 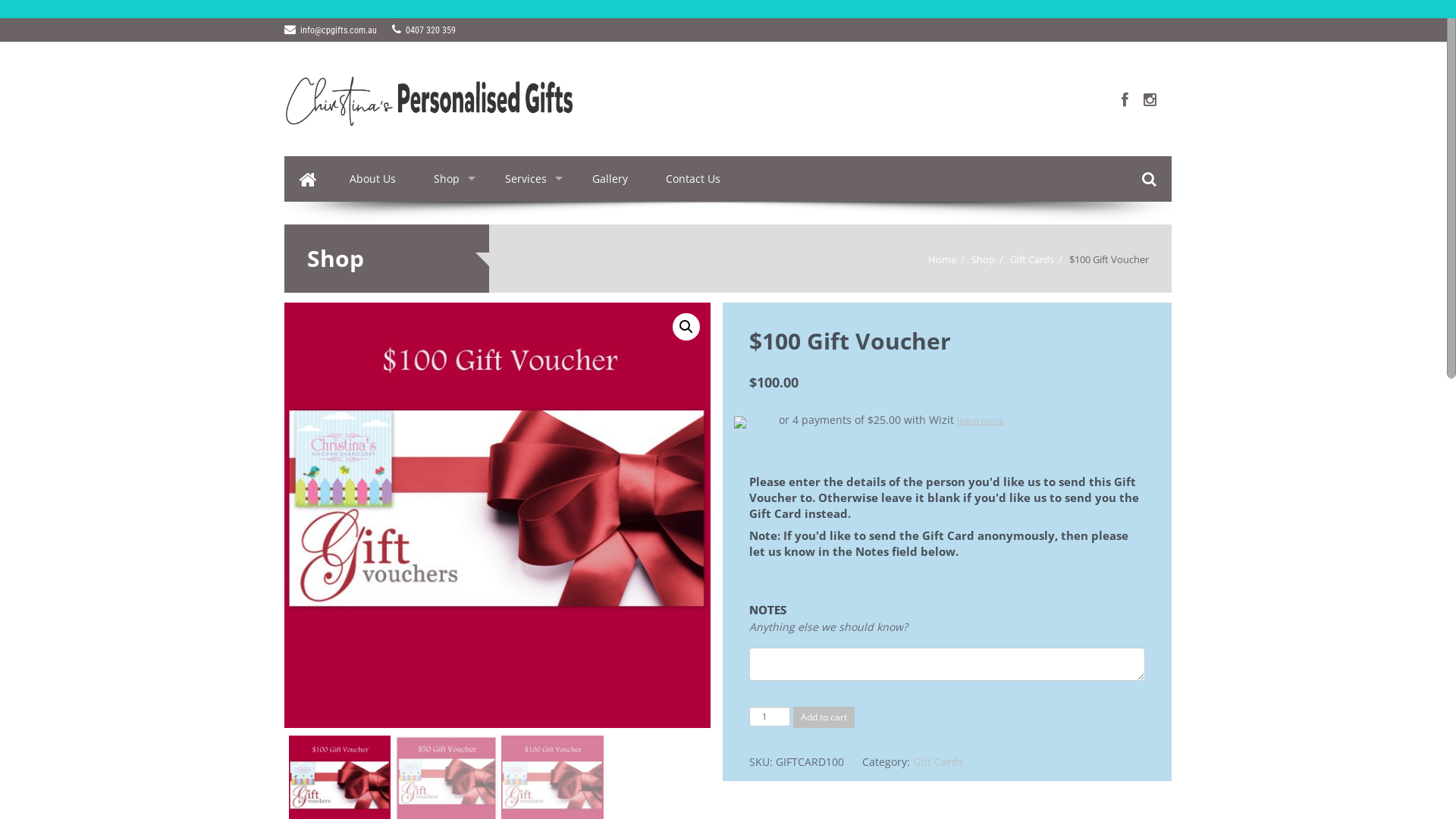 I want to click on 'Services', so click(x=486, y=177).